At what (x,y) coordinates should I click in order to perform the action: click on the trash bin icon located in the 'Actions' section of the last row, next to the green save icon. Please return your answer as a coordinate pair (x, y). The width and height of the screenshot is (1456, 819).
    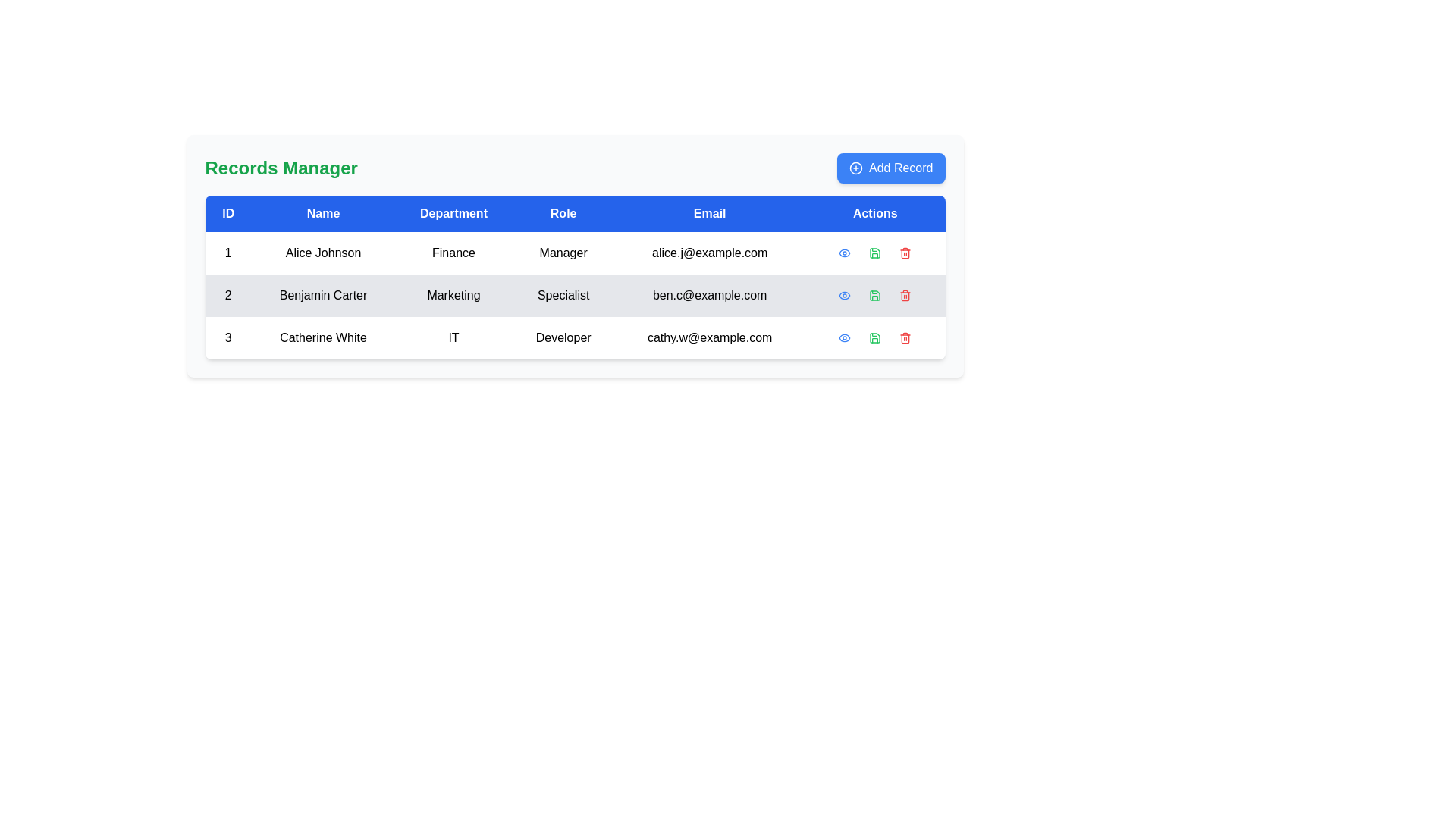
    Looking at the image, I should click on (905, 337).